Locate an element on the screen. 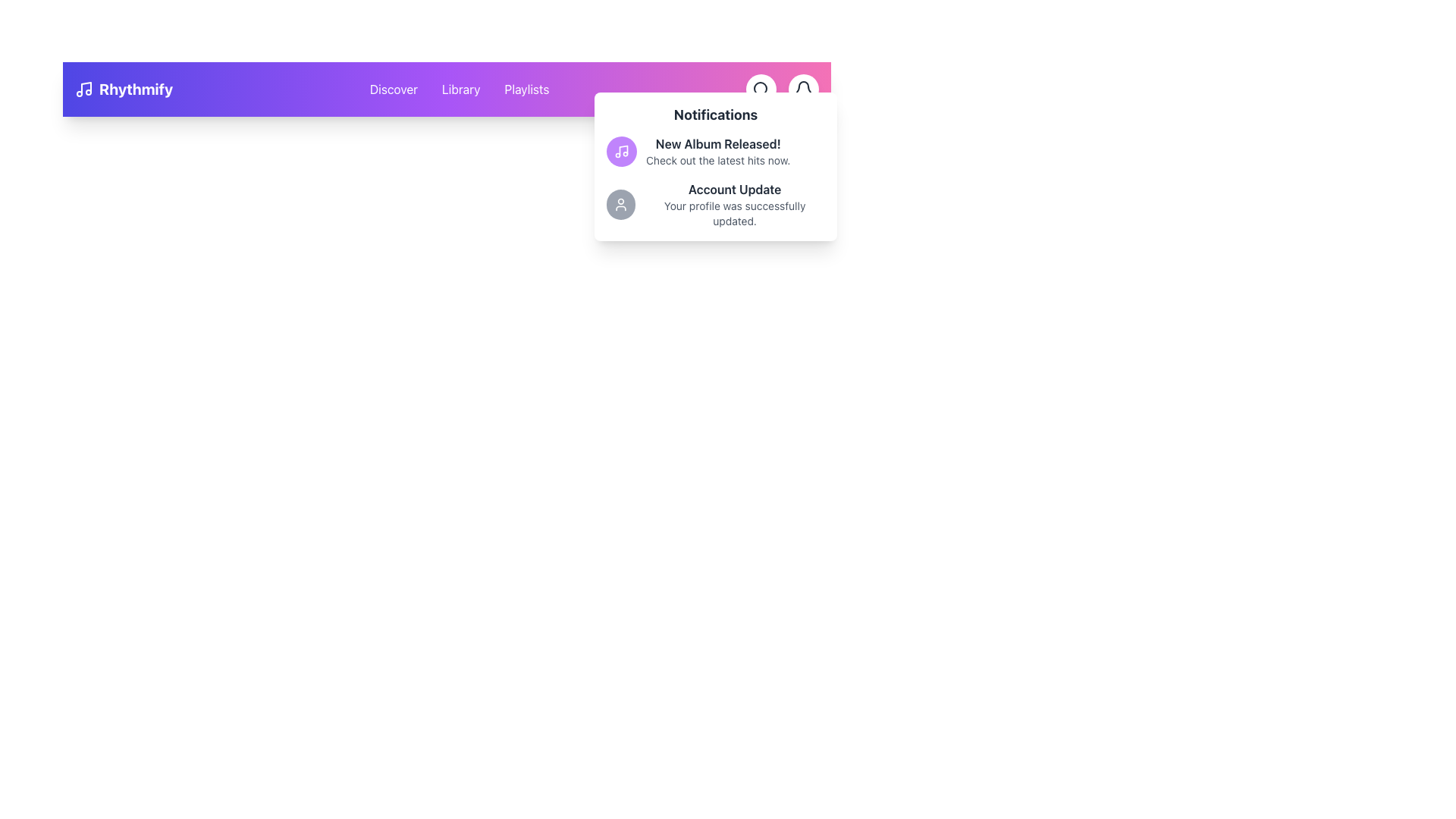 This screenshot has width=1456, height=819. the 'Discover' text link, which is the first element in the navigation menu and is styled with a hover effect is located at coordinates (394, 89).